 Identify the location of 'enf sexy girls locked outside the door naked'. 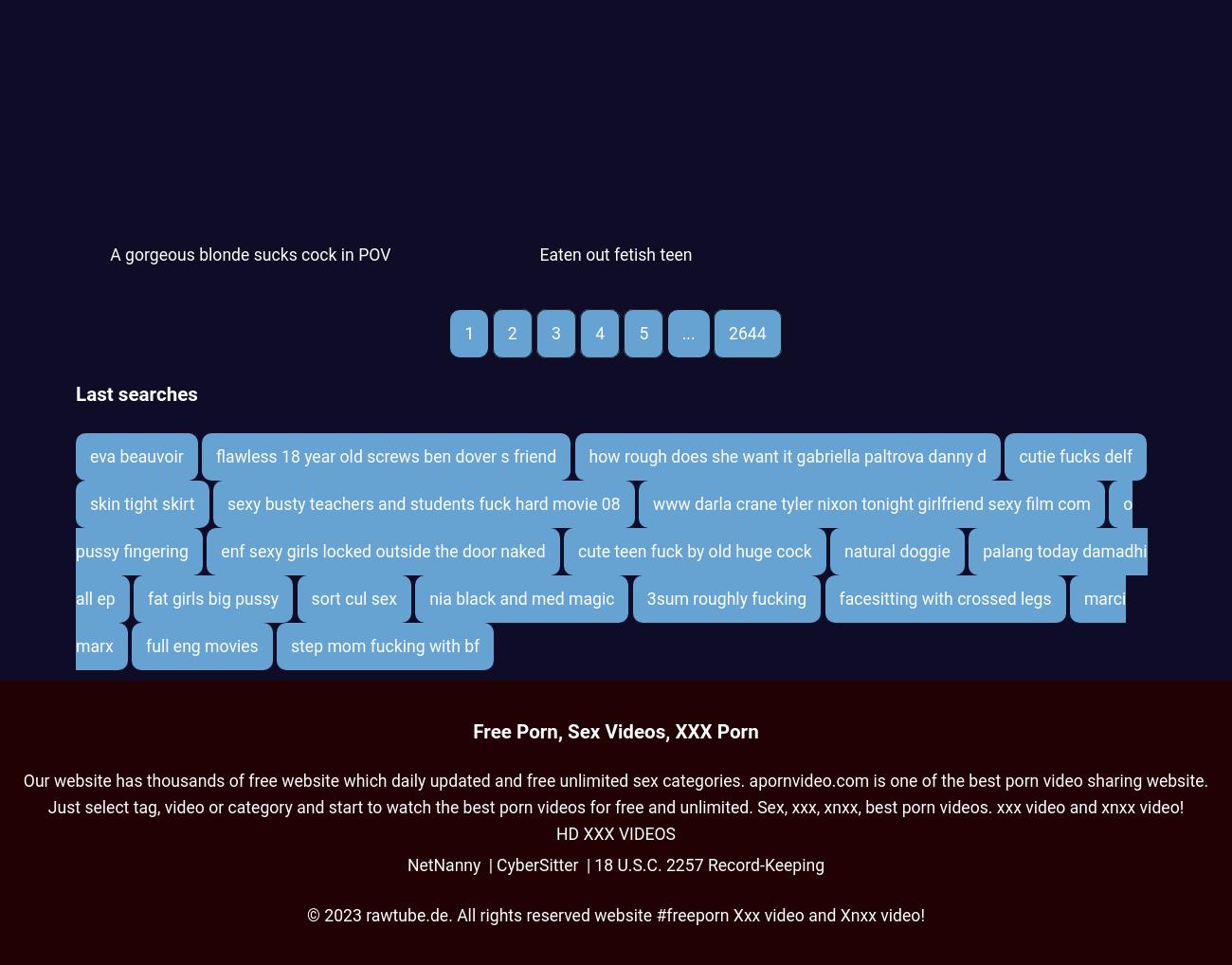
(383, 550).